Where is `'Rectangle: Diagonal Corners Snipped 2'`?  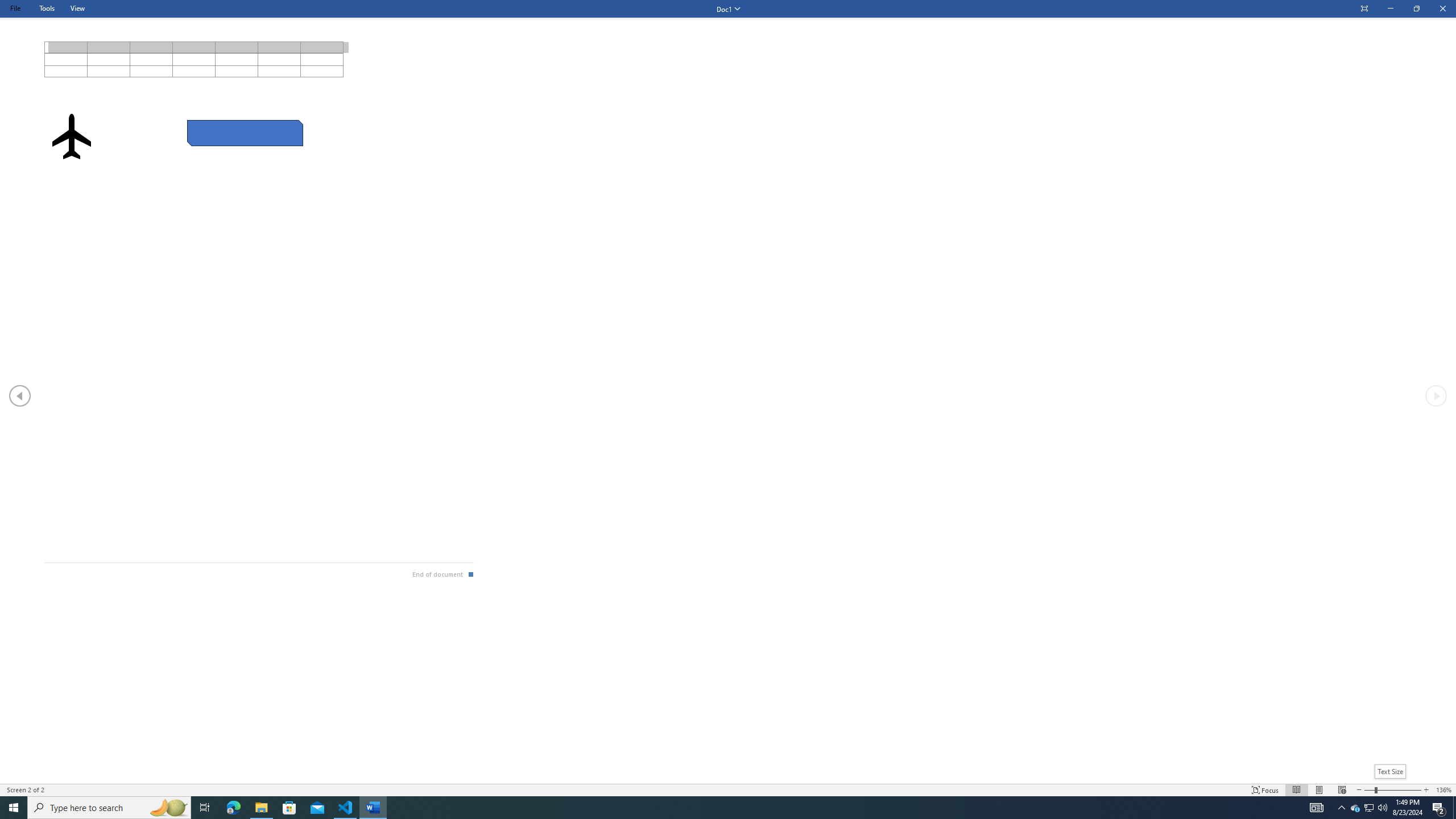 'Rectangle: Diagonal Corners Snipped 2' is located at coordinates (245, 133).